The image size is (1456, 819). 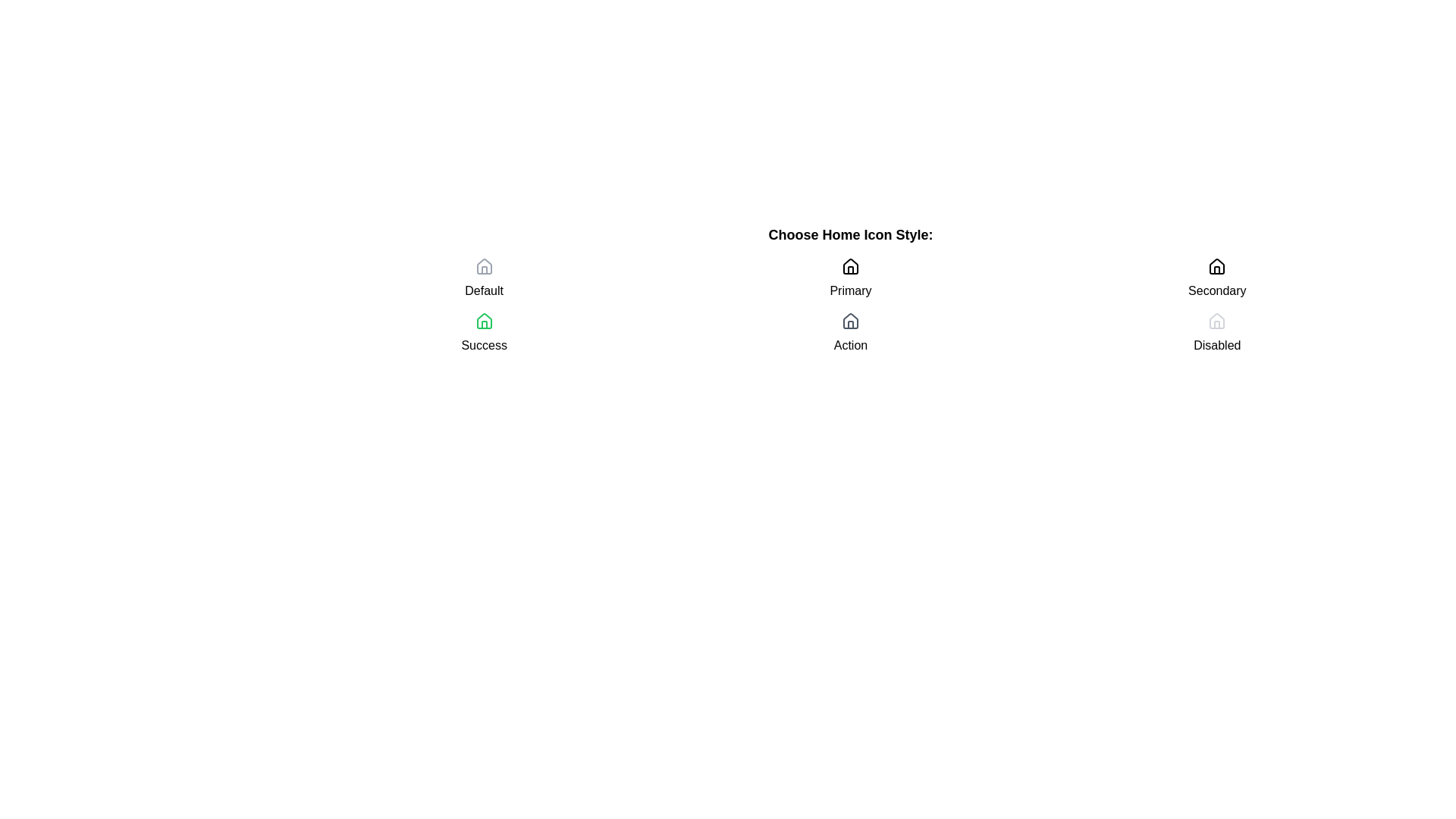 I want to click on the door icon located at the lower center of the 'Secondary' house icon in the 'Choose Home Icon Style' section, so click(x=1217, y=269).